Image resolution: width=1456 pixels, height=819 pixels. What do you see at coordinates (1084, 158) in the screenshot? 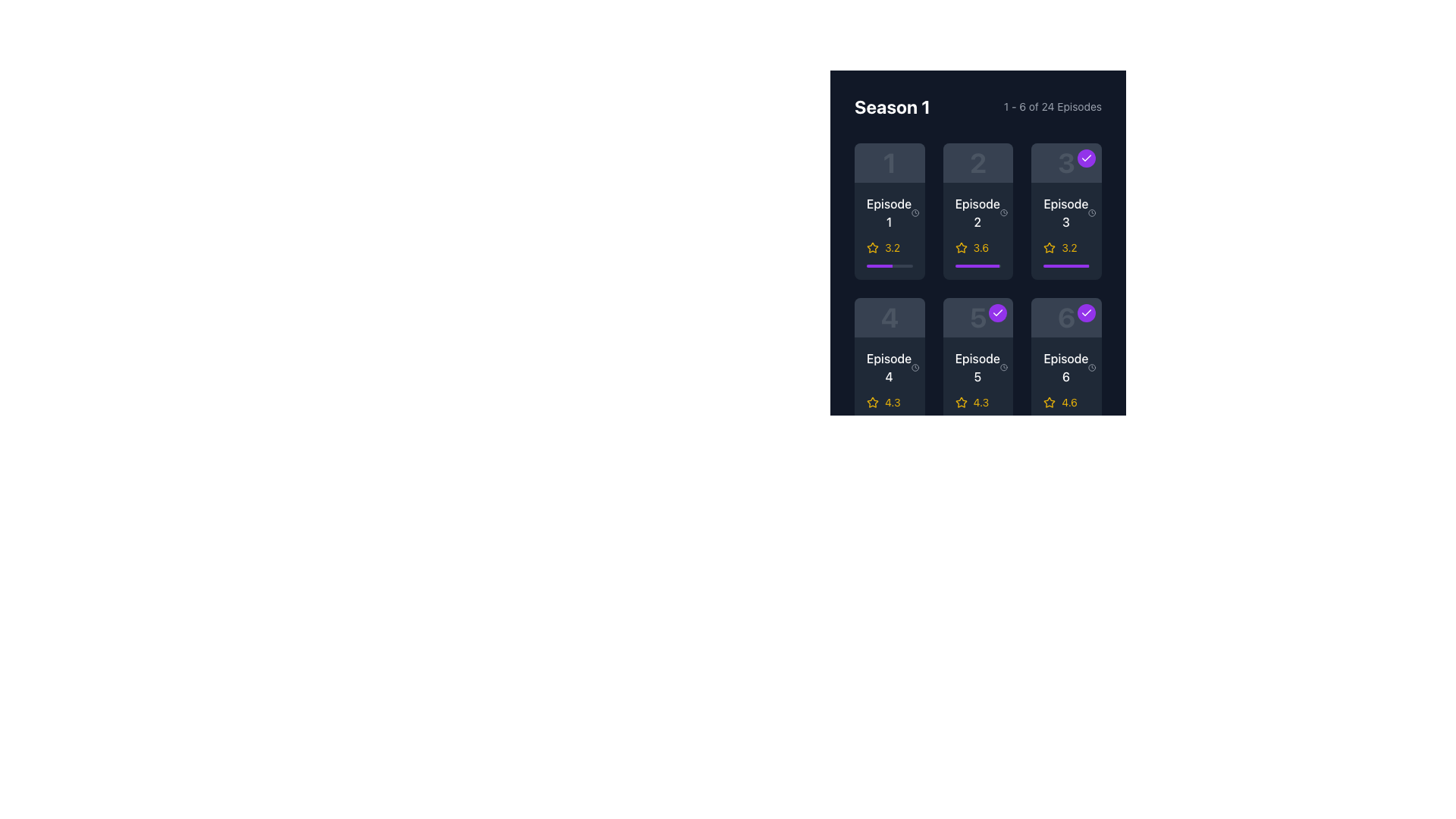
I see `the icon in the top-right corner of the card labeled 'Episode 3'` at bounding box center [1084, 158].